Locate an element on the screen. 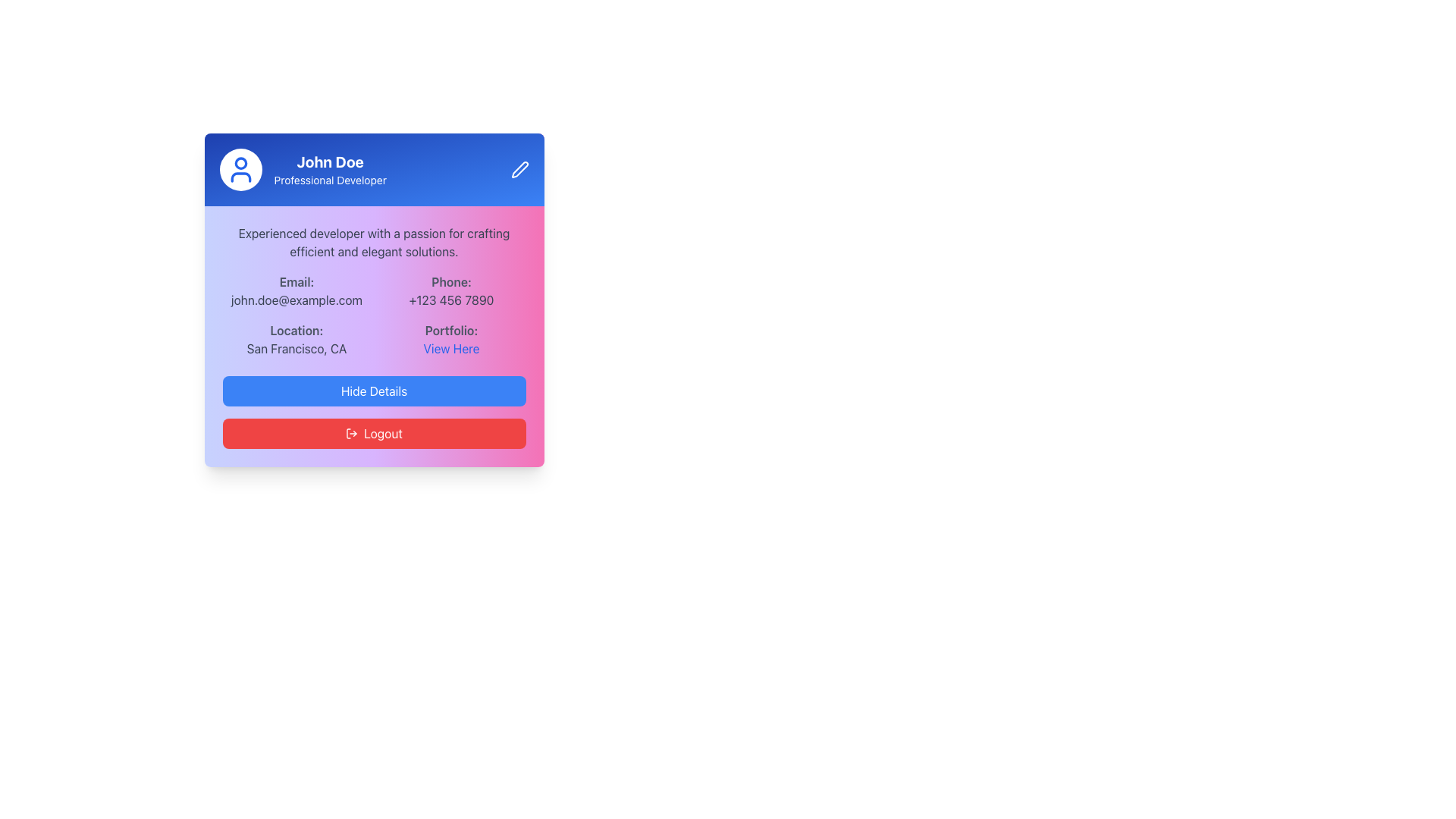 This screenshot has height=819, width=1456. the Text label element displaying 'Phone:' in bold gray font, located in the right column of a two-column layout for contact information is located at coordinates (450, 281).